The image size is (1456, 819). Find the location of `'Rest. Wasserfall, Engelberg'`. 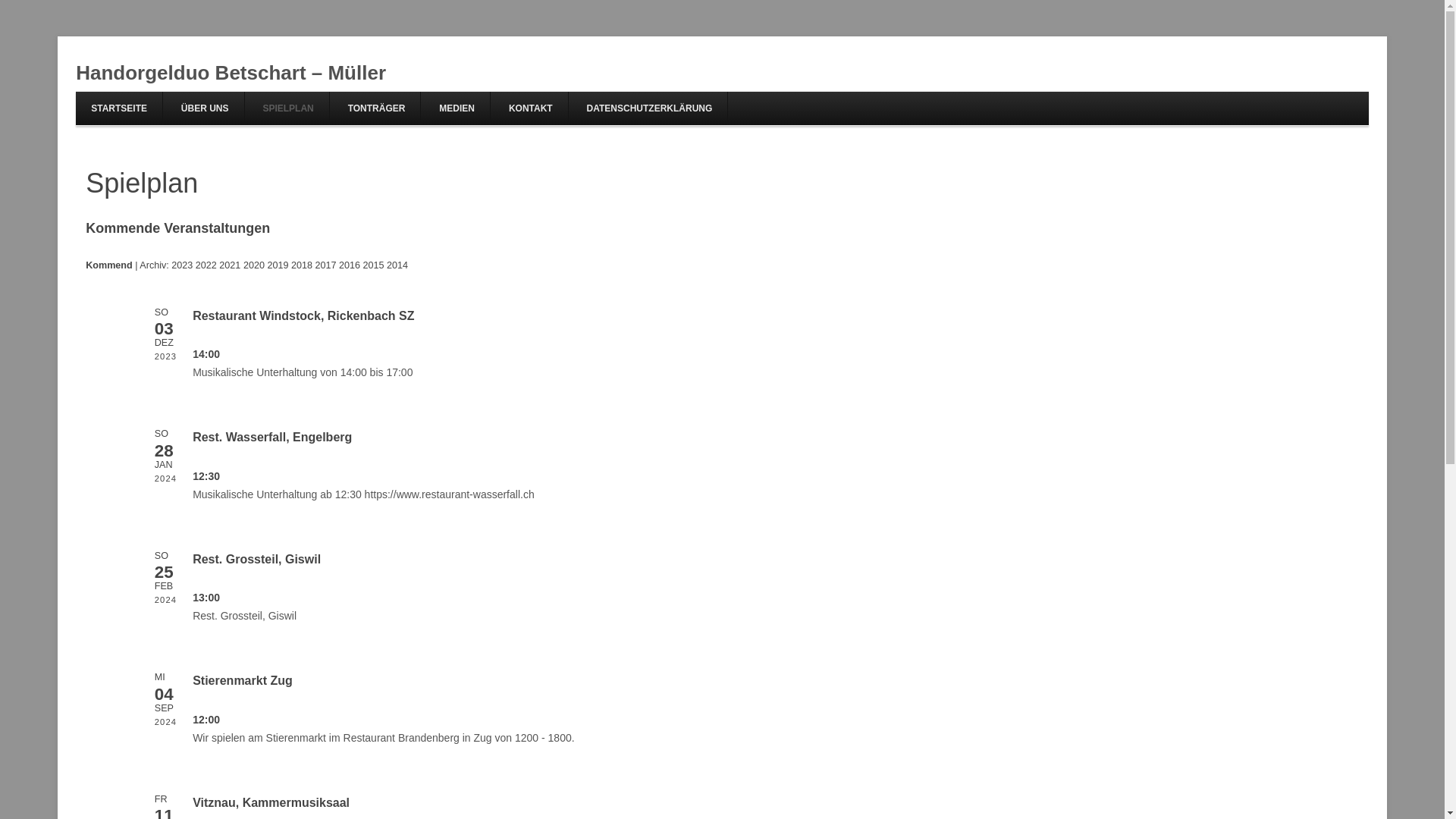

'Rest. Wasserfall, Engelberg' is located at coordinates (272, 437).